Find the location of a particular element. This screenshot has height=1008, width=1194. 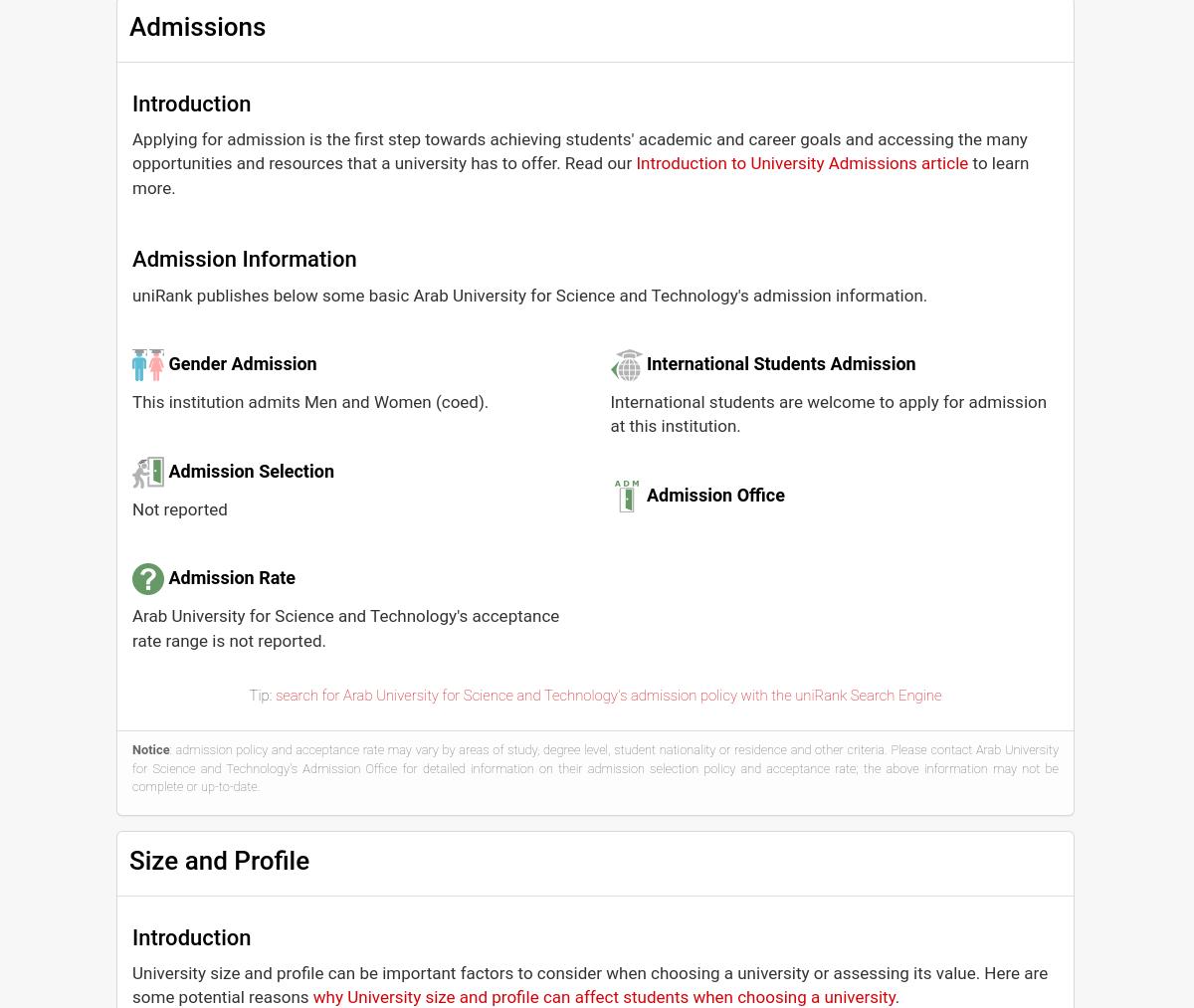

'Applying for admission is the first step towards achieving students' academic and career goals and accessing the many opportunities and resources that a university has to offer. Read our' is located at coordinates (578, 150).